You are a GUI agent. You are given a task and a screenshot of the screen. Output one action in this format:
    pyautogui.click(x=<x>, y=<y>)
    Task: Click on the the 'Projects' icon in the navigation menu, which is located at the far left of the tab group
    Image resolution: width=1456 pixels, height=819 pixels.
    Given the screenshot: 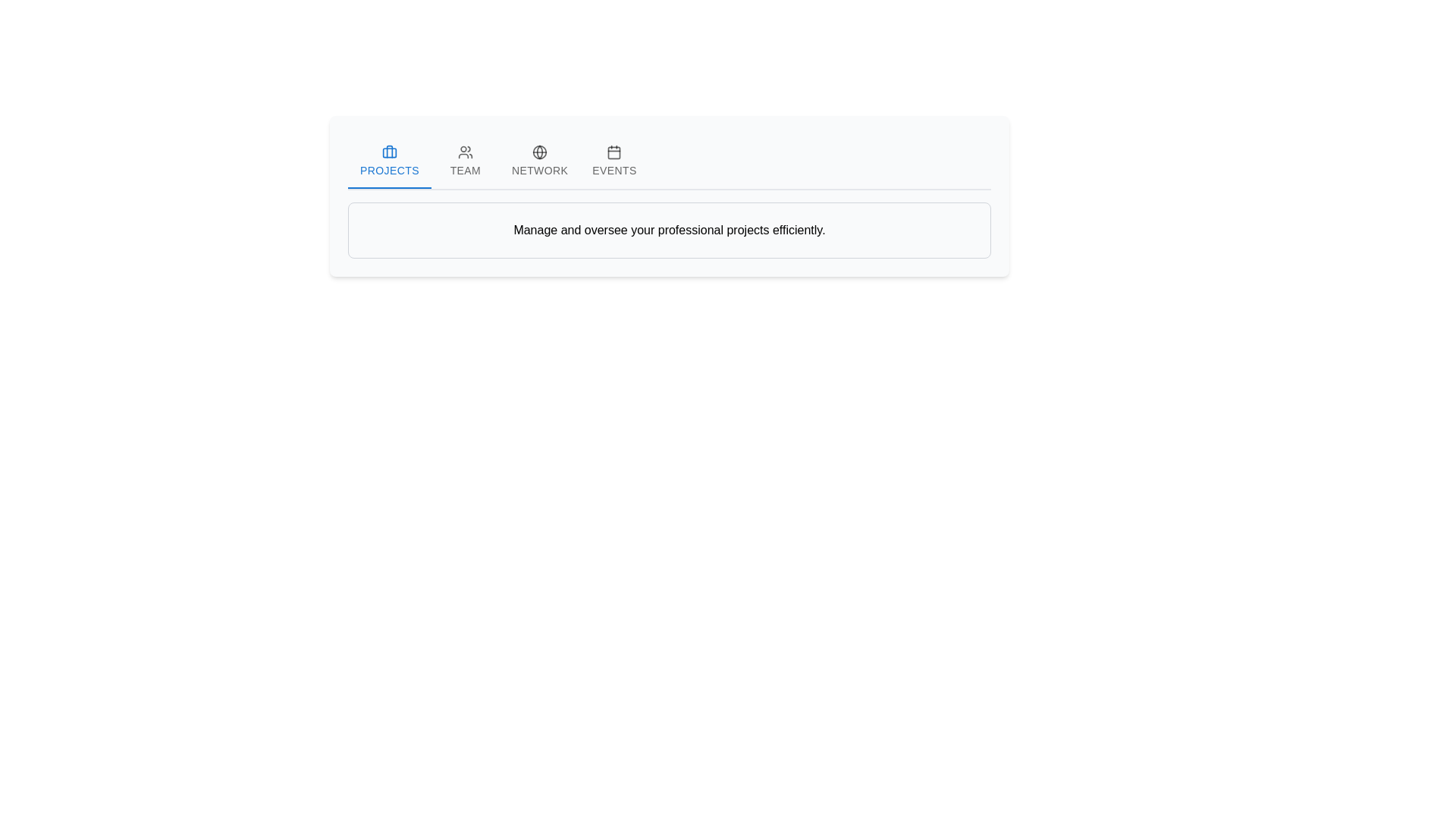 What is the action you would take?
    pyautogui.click(x=389, y=152)
    